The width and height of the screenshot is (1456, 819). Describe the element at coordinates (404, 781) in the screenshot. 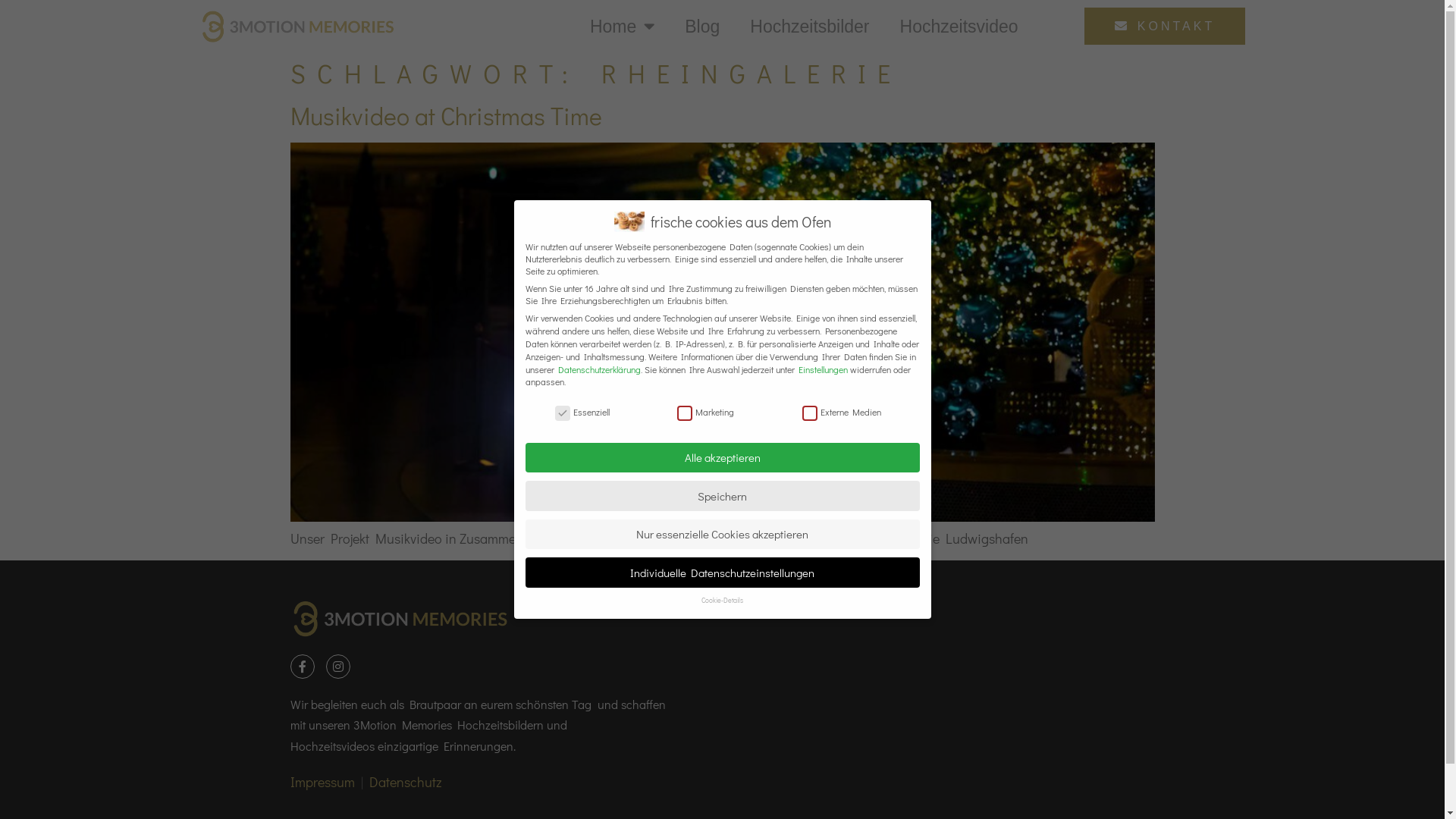

I see `'Datenschutz'` at that location.